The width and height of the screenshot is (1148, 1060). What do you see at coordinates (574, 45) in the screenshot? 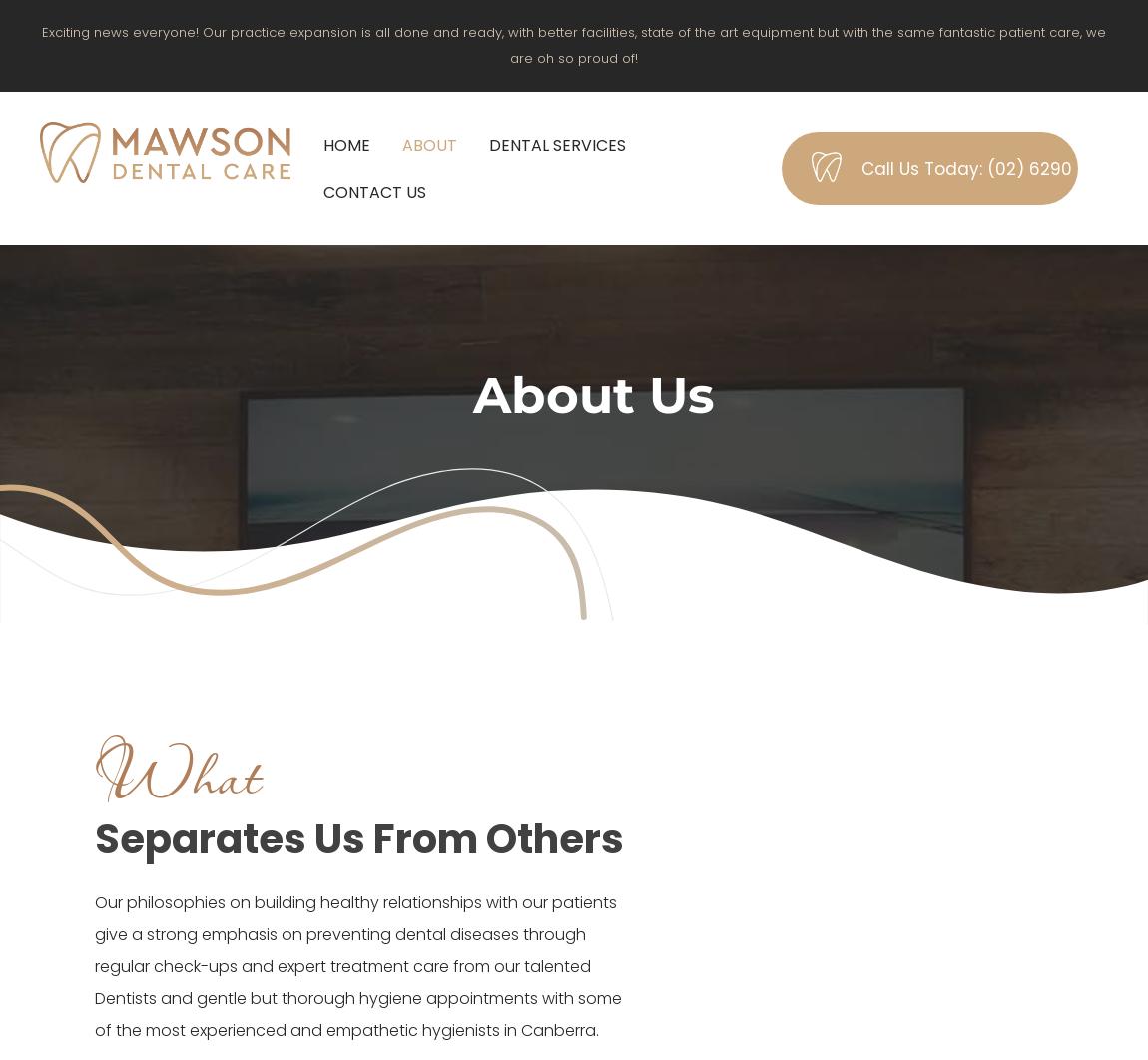
I see `'Exciting news everyone! Our practice expansion is all done and ready, with better facilities, state of the art equipment but with the same fantastic patient care, we are oh so proud of!'` at bounding box center [574, 45].